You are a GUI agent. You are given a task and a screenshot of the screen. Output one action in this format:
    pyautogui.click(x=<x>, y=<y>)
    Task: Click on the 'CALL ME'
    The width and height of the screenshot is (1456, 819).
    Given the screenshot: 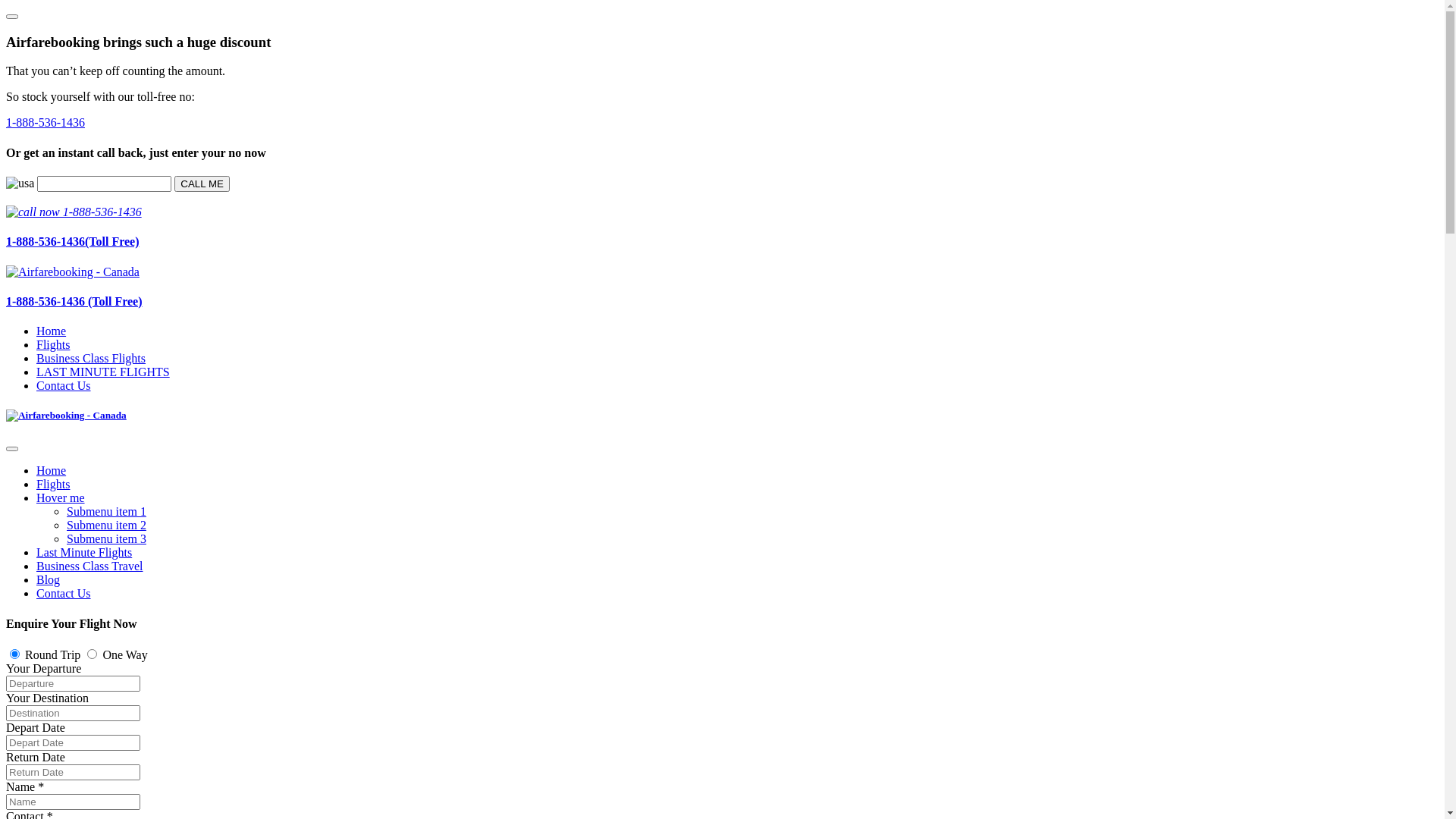 What is the action you would take?
    pyautogui.click(x=201, y=183)
    